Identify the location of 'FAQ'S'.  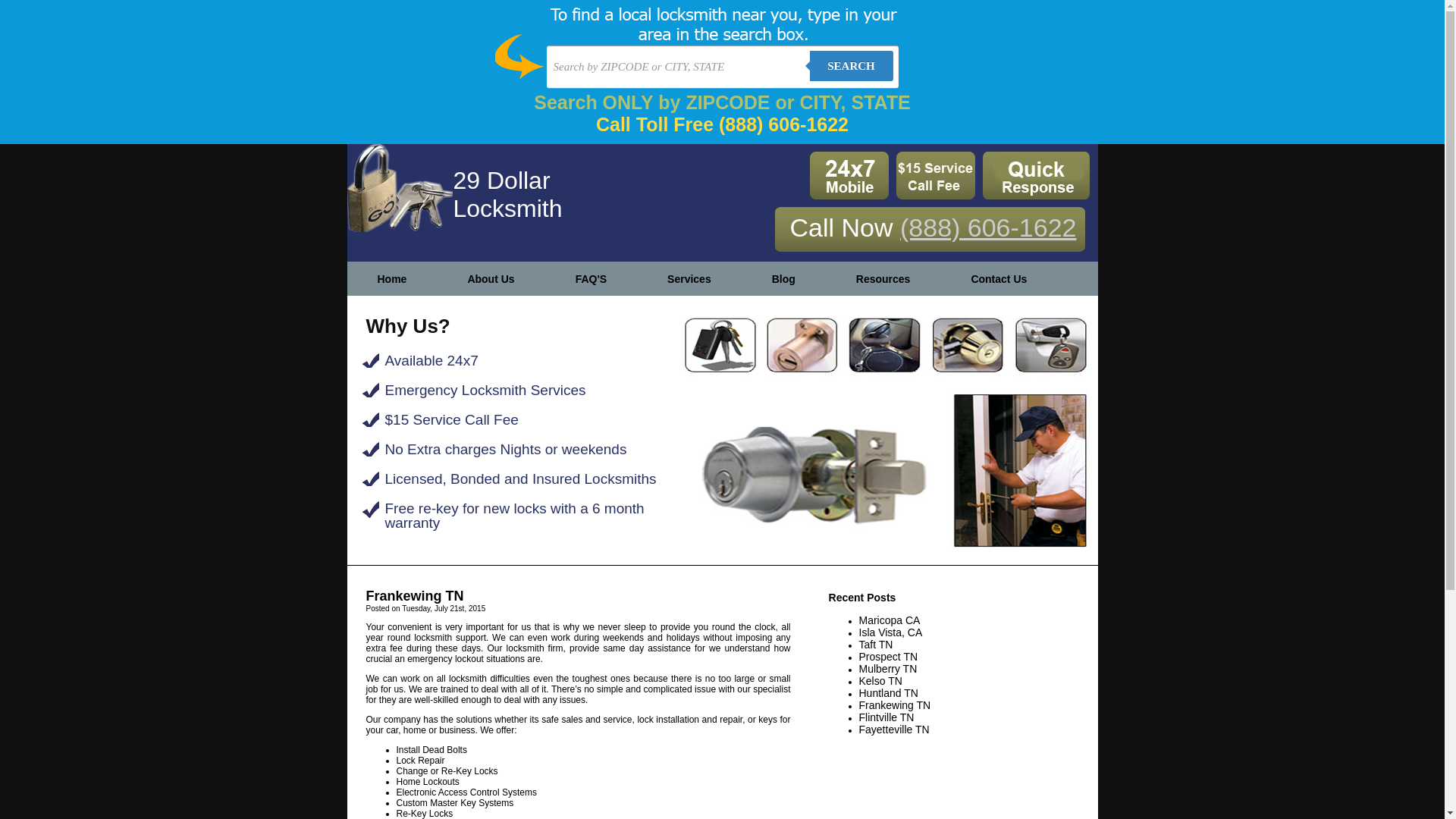
(590, 278).